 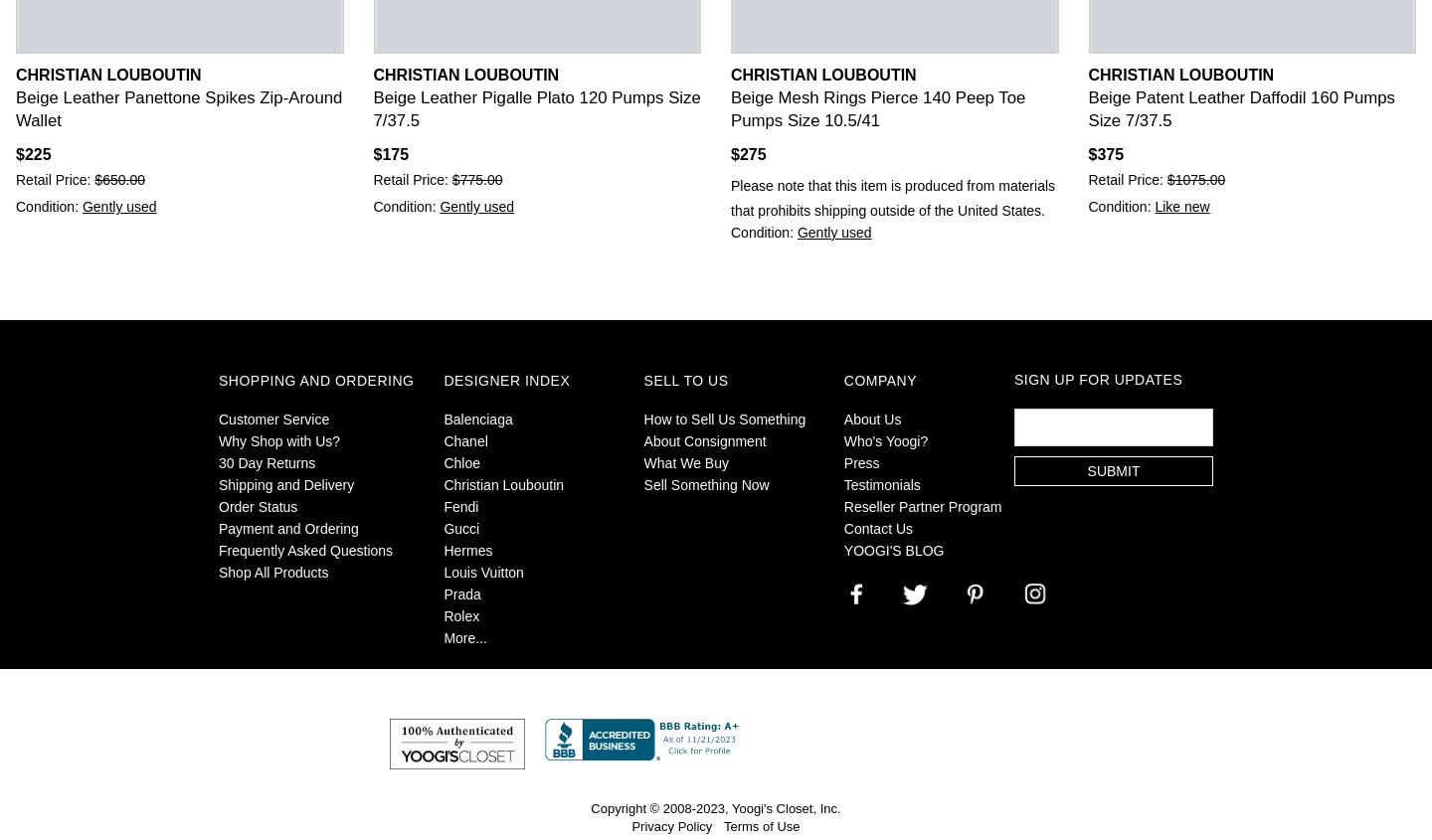 What do you see at coordinates (257, 506) in the screenshot?
I see `'Order Status'` at bounding box center [257, 506].